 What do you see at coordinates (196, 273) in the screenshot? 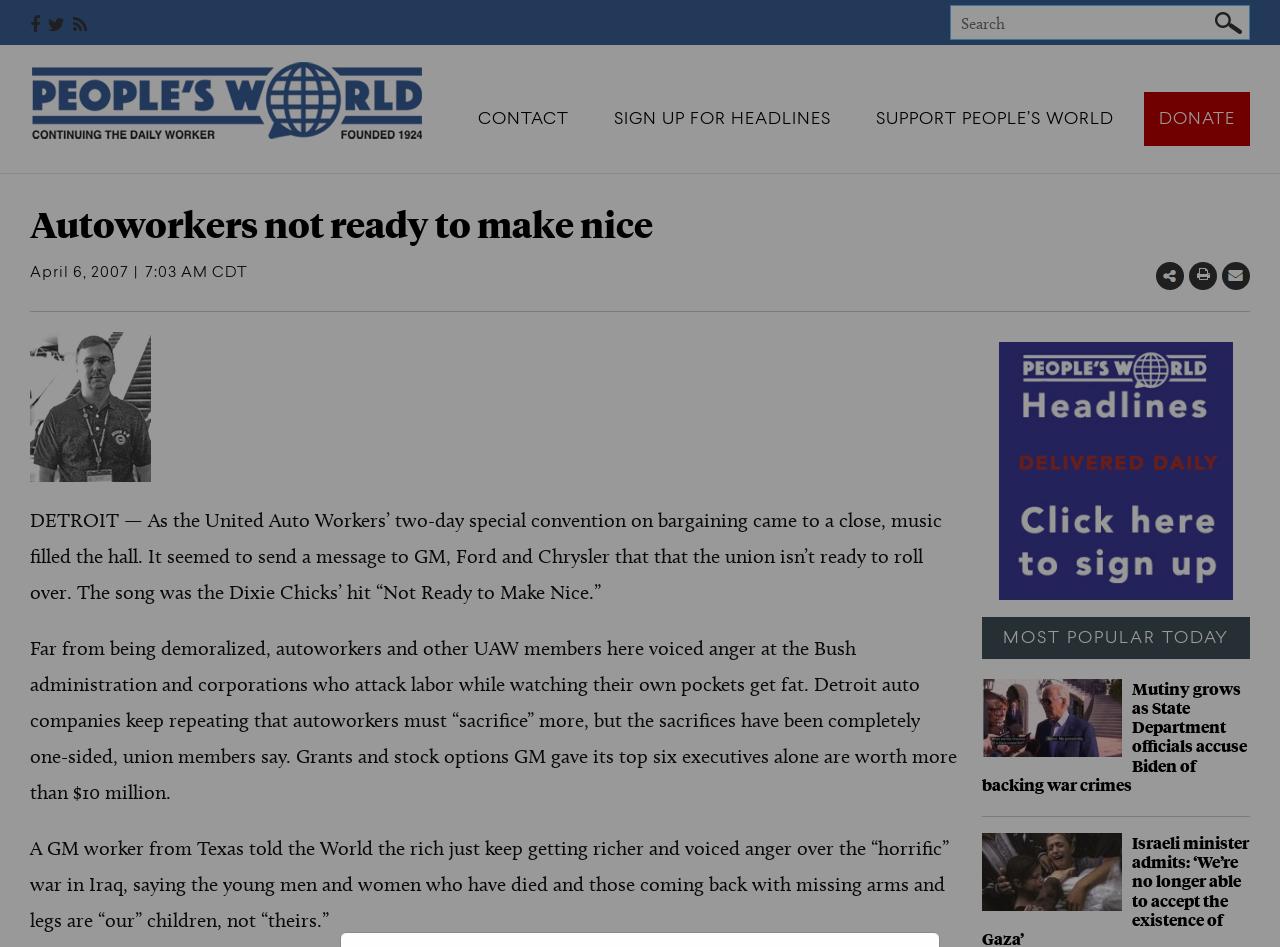
I see `'7:03 AM CDT'` at bounding box center [196, 273].